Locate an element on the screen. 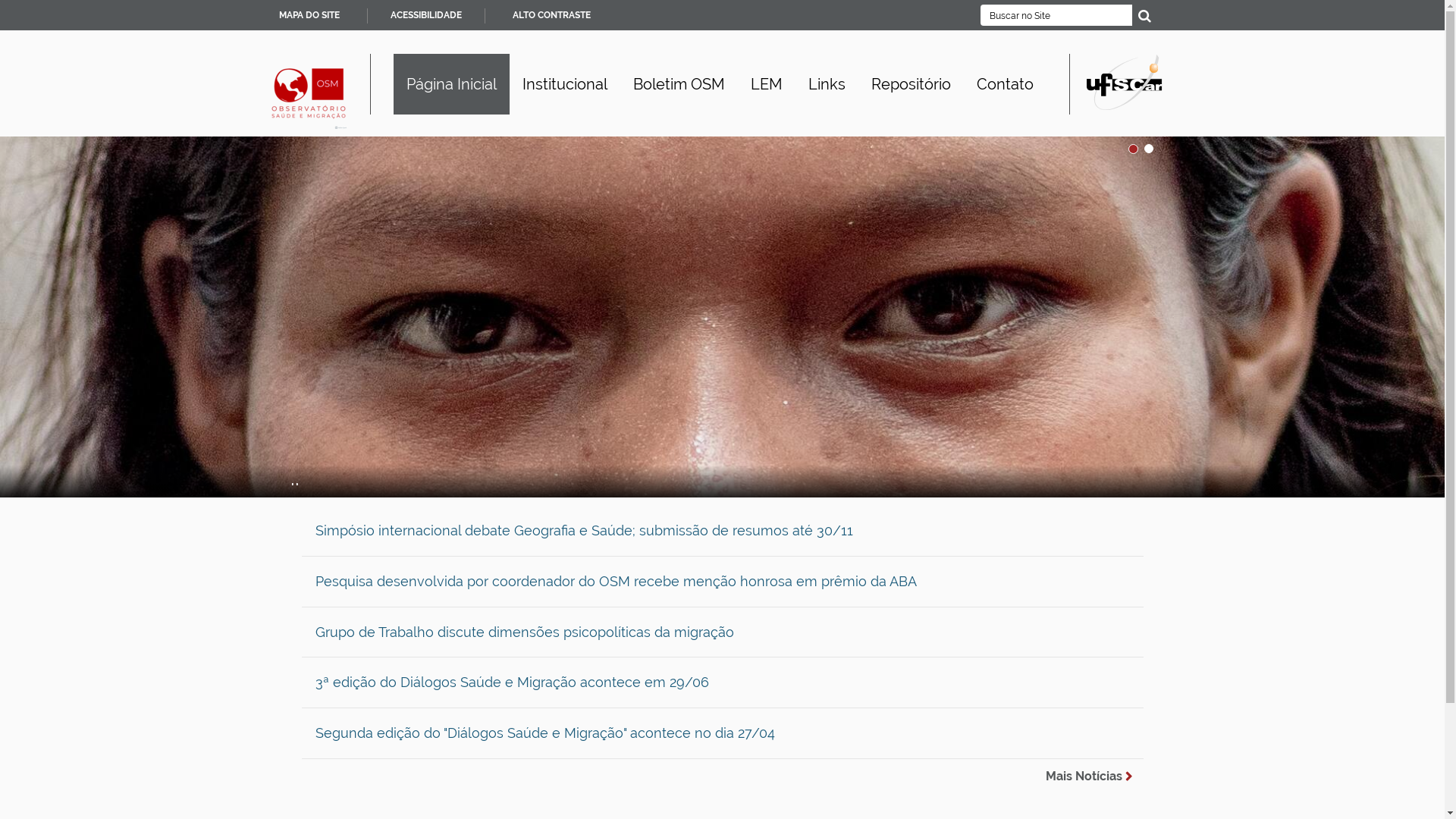 The image size is (1456, 819). 'Institucional' is located at coordinates (563, 84).